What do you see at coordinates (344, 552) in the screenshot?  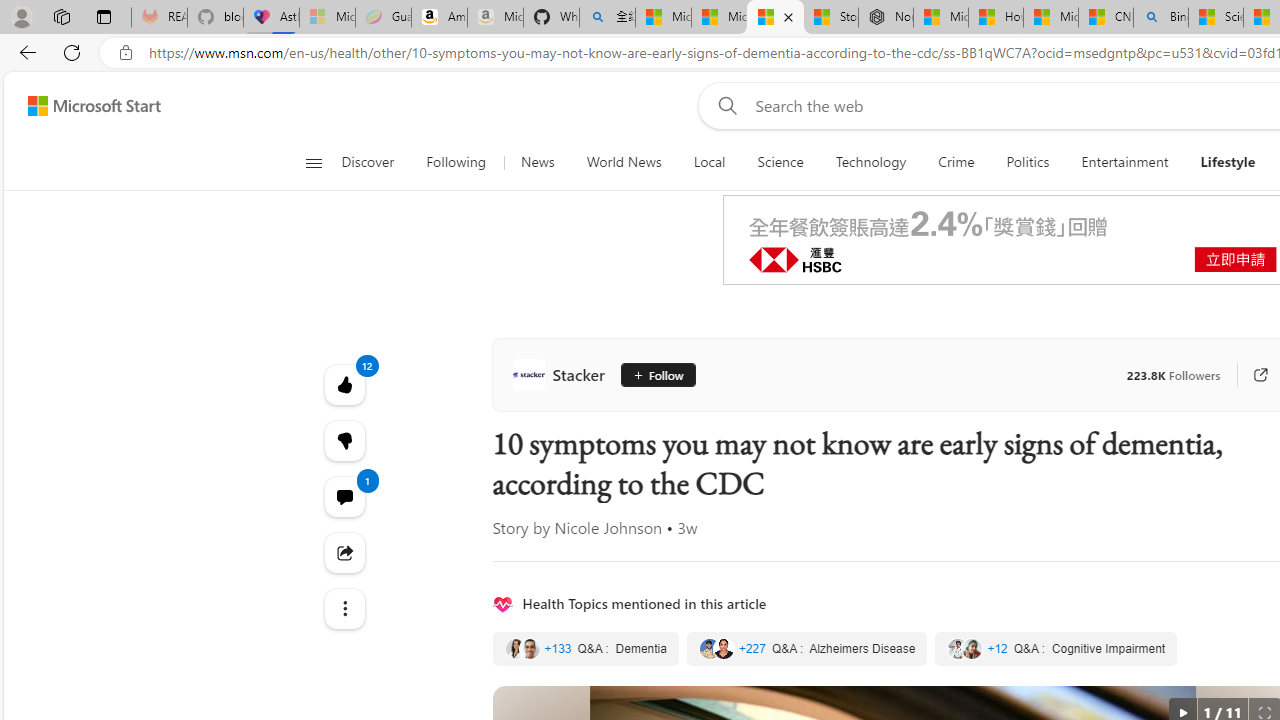 I see `'Share this story'` at bounding box center [344, 552].